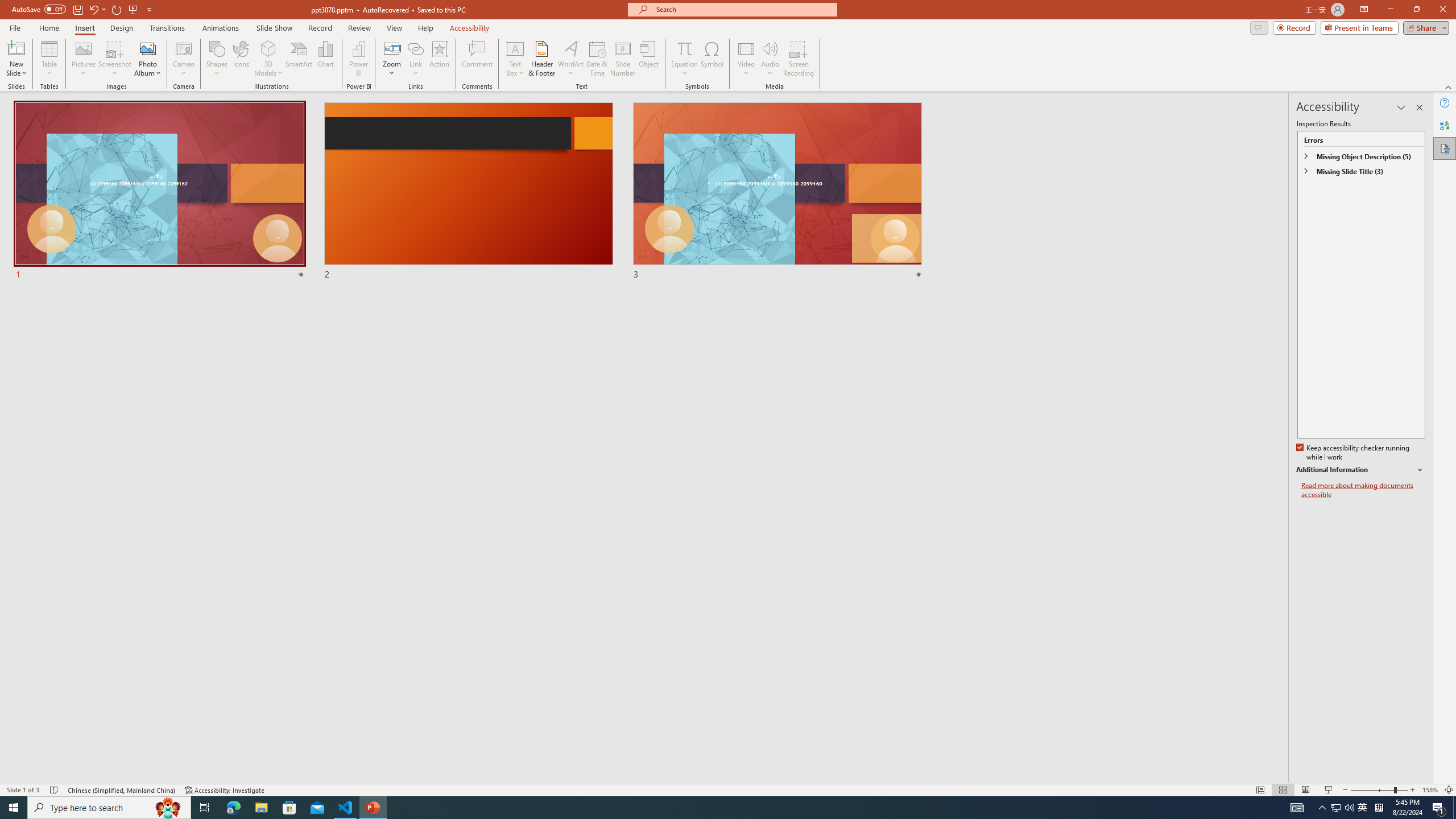 This screenshot has width=1456, height=819. I want to click on 'Screenshot', so click(114, 59).